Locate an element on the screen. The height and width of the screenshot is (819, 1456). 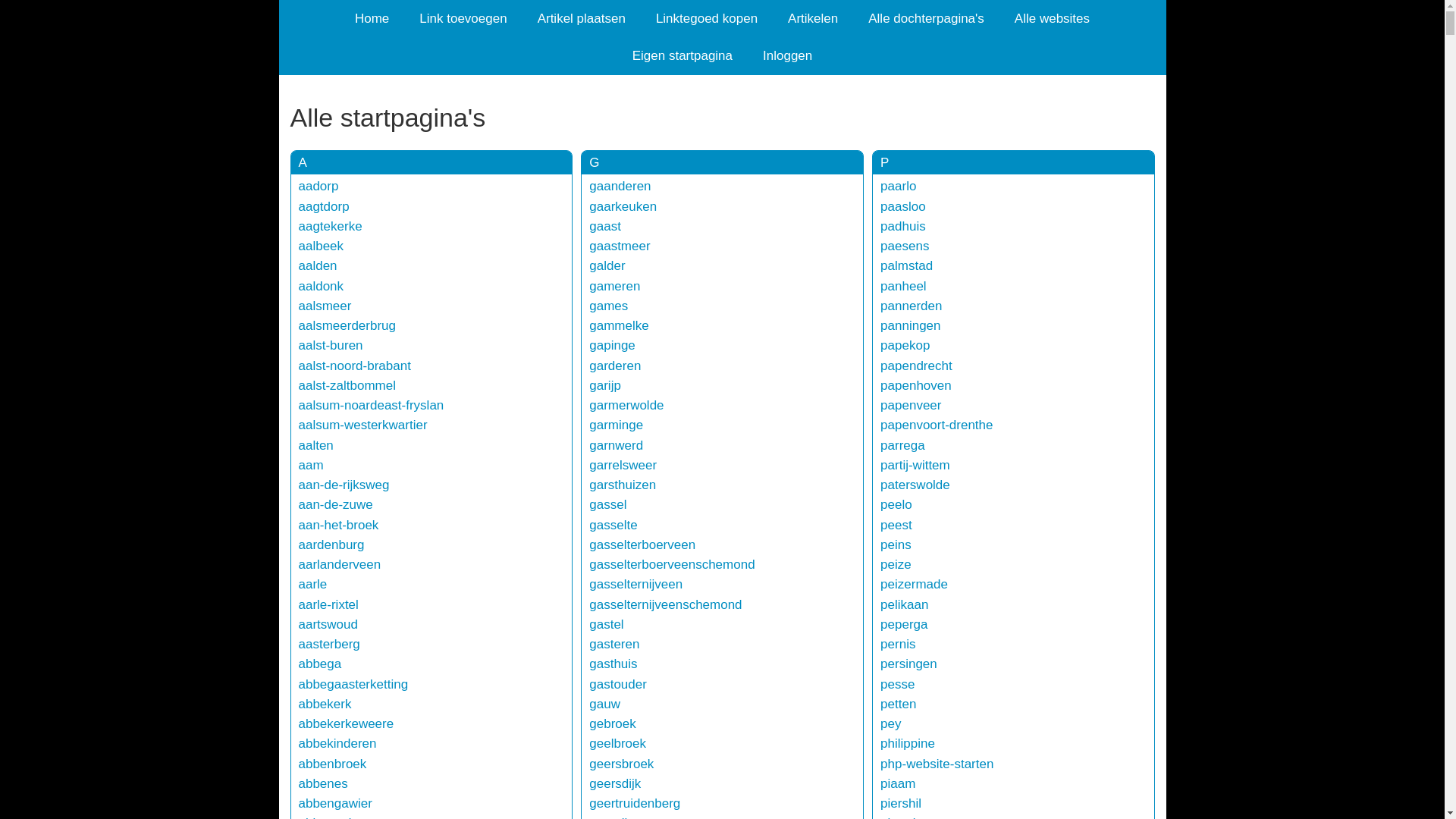
'Inloggen' is located at coordinates (787, 55).